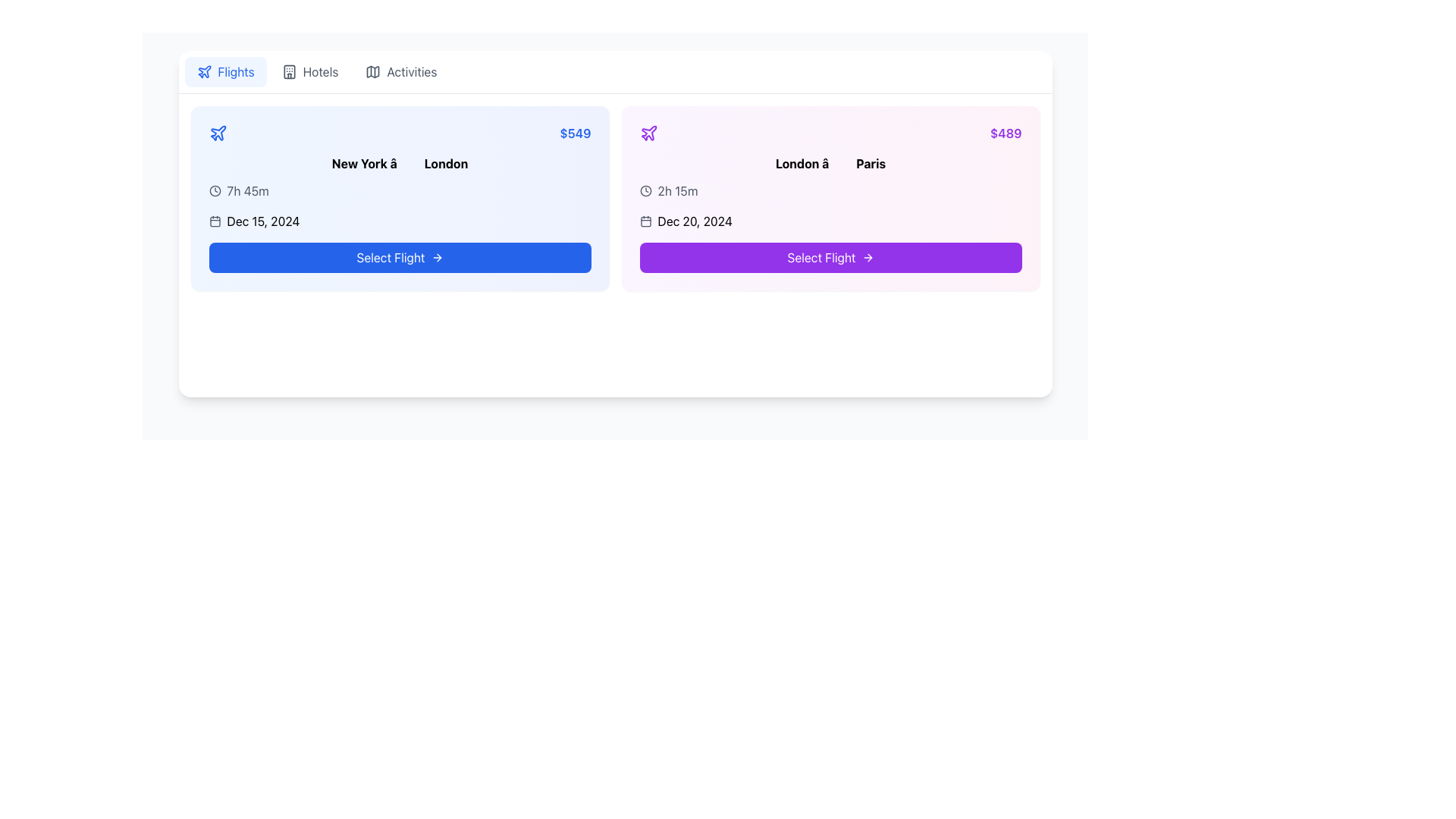  Describe the element at coordinates (438, 256) in the screenshot. I see `the icon on the 'Select Flight' button, which indicates forward navigation and is positioned on the right end of the button for the flight option from 'New York' to 'London'` at that location.